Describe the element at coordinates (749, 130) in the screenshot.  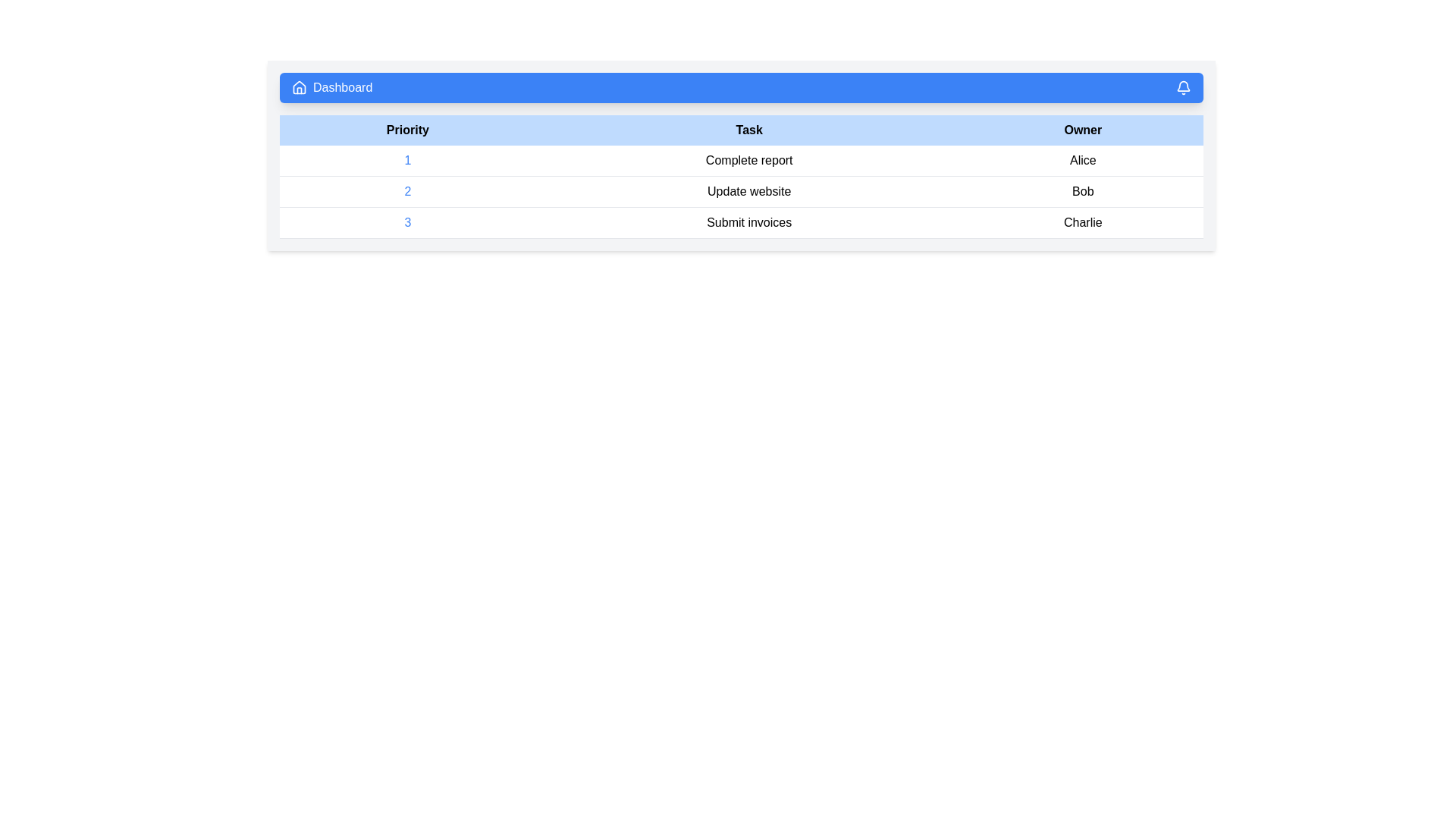
I see `the 'Task' column header in the table, which is the second column header positioned between the 'Priority' and 'Owner' columns` at that location.